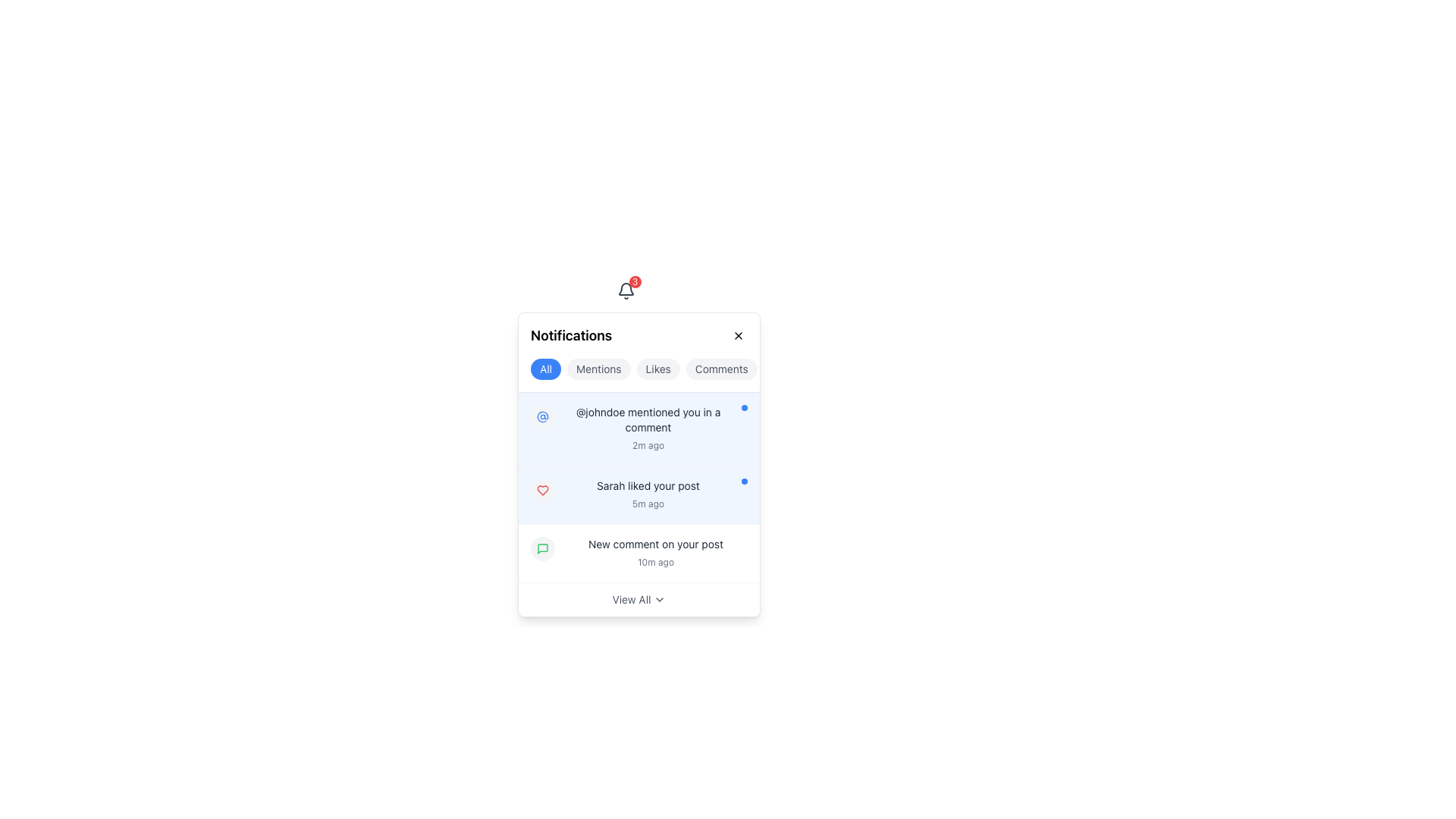  Describe the element at coordinates (542, 491) in the screenshot. I see `the 'like' icon associated with the notification 'Sarah liked your post', located in the notification panel` at that location.